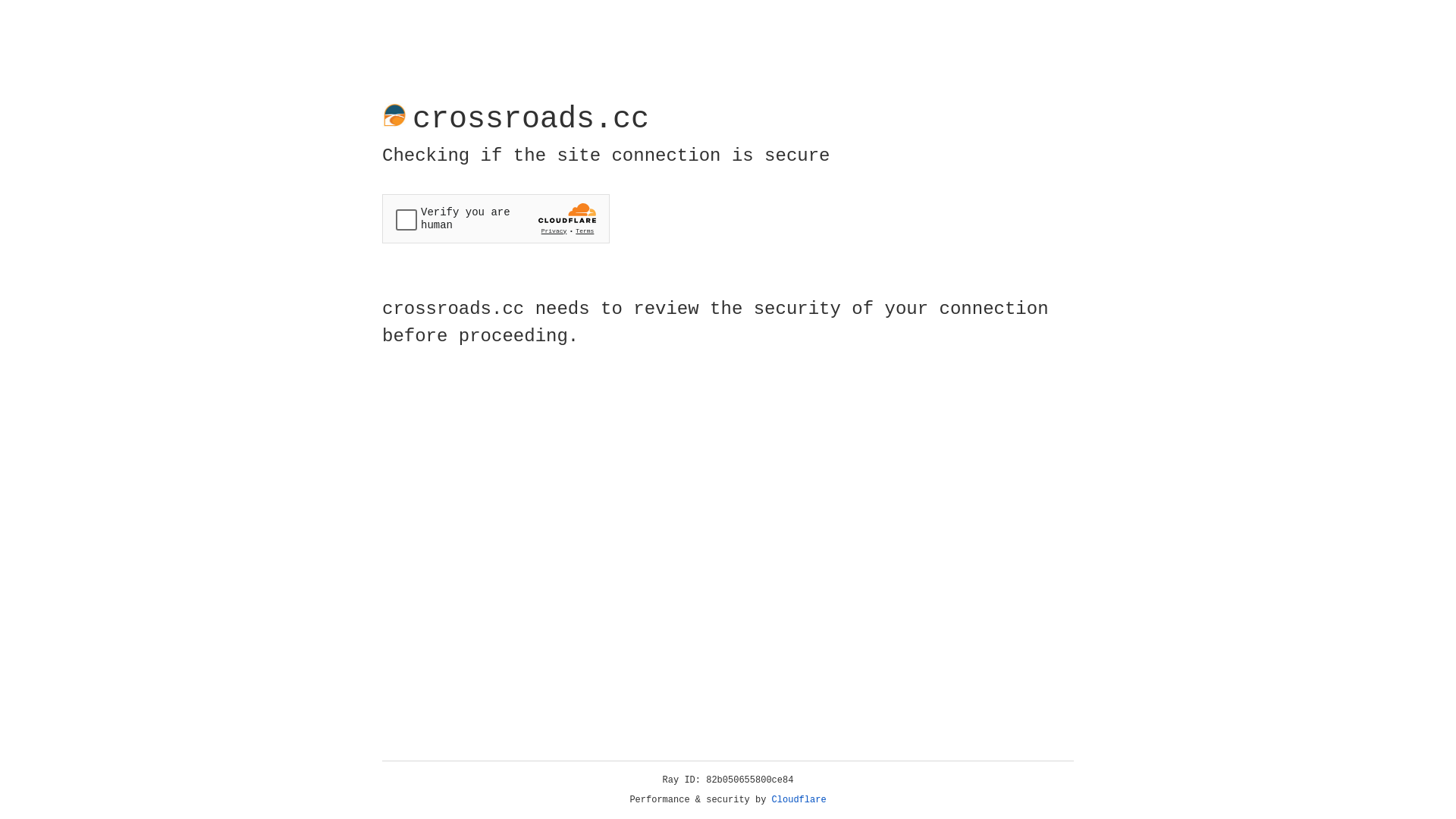 Image resolution: width=1456 pixels, height=819 pixels. I want to click on 'Cloudflare', so click(799, 799).